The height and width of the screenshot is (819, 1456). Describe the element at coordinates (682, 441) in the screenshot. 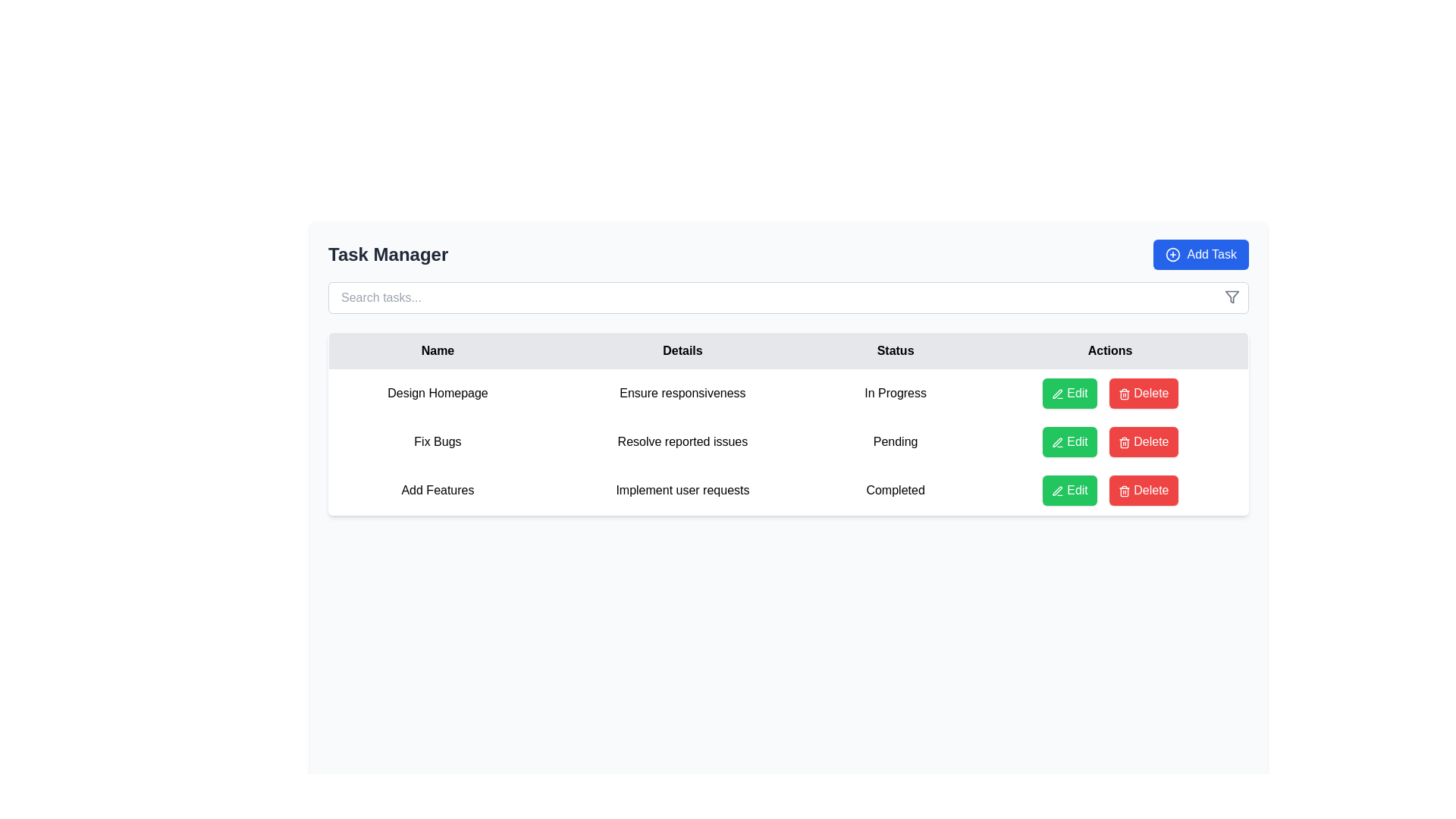

I see `the Text label in the second row of the table under the 'Details' column that describes an action-item related to resolving reported issues` at that location.